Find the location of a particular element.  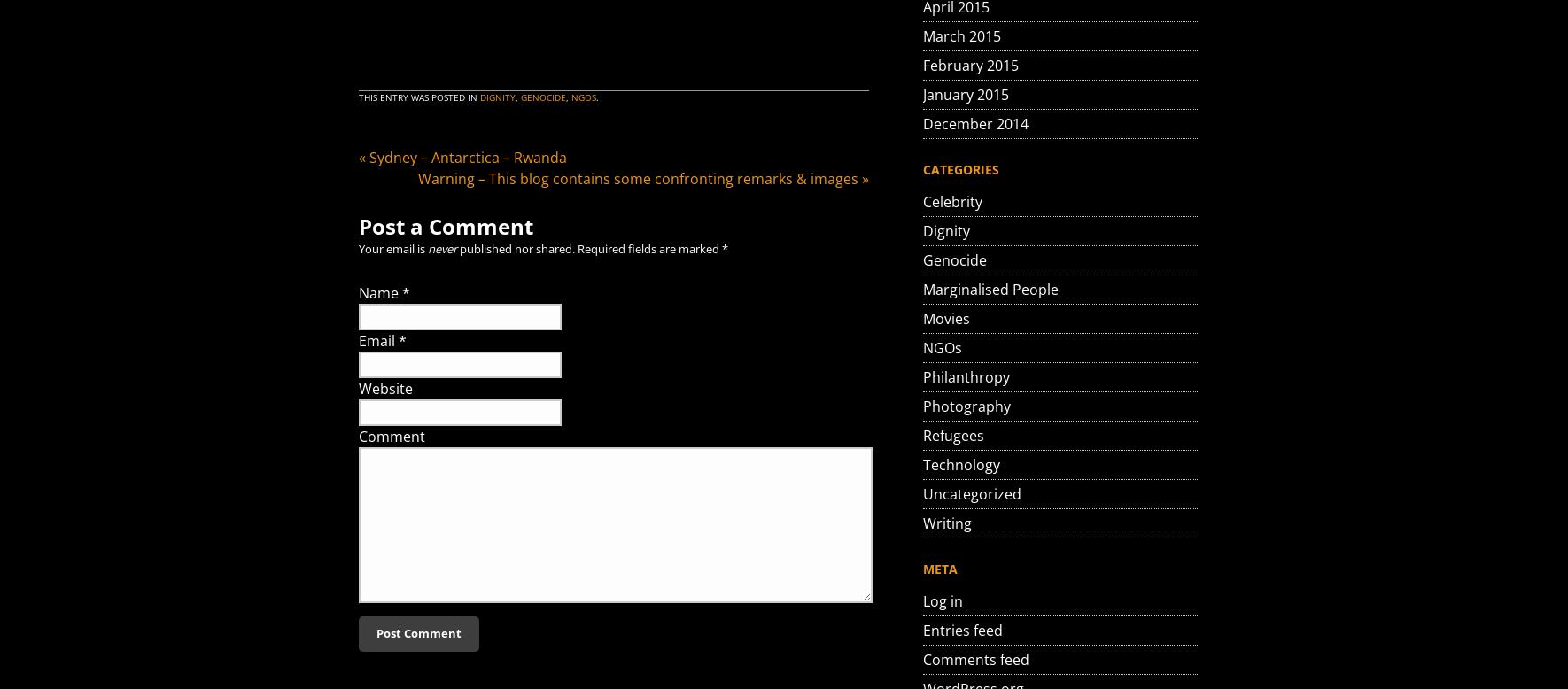

'.' is located at coordinates (596, 97).